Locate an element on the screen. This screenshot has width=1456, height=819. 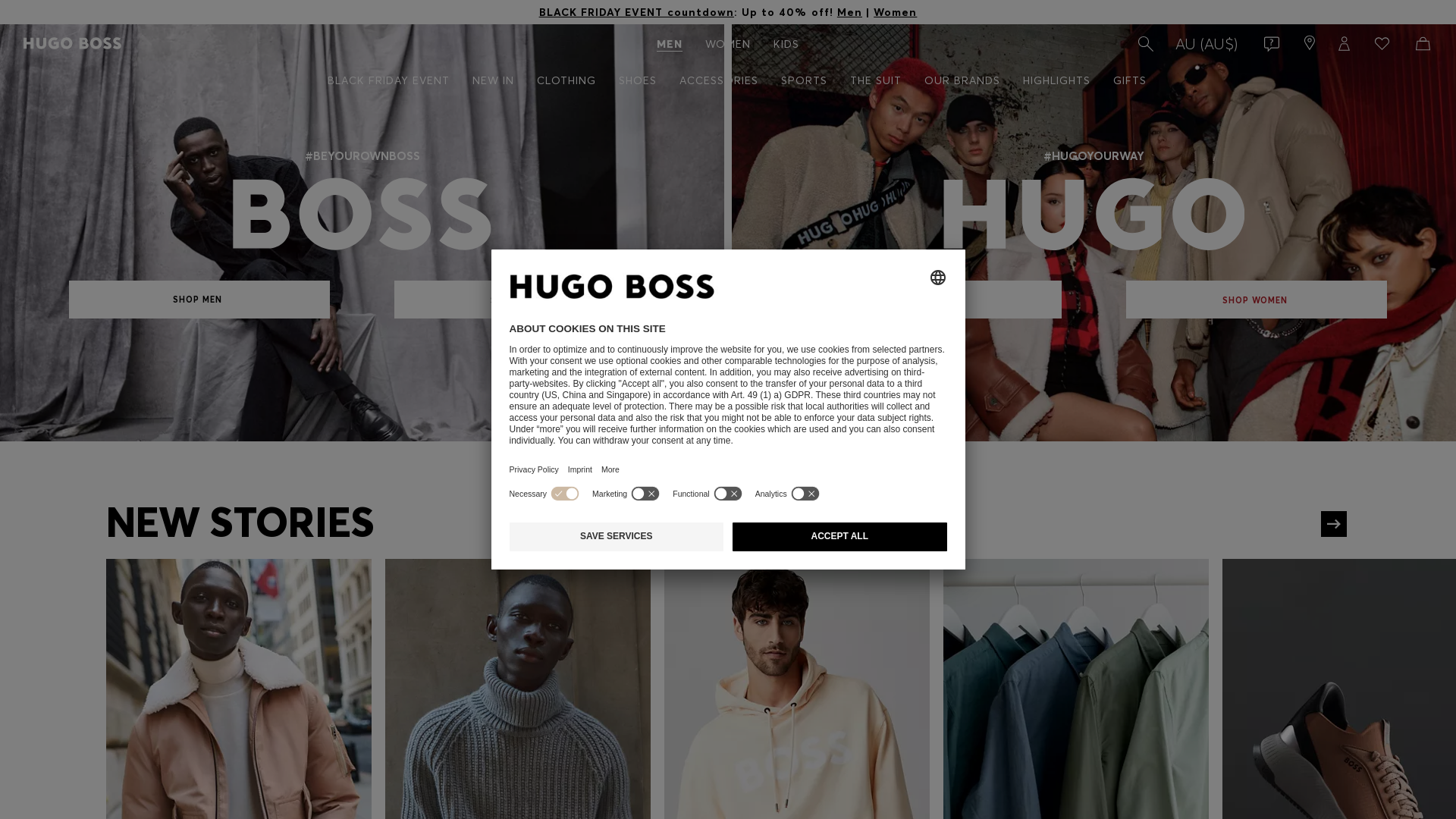
'Search Men's' is located at coordinates (1144, 42).